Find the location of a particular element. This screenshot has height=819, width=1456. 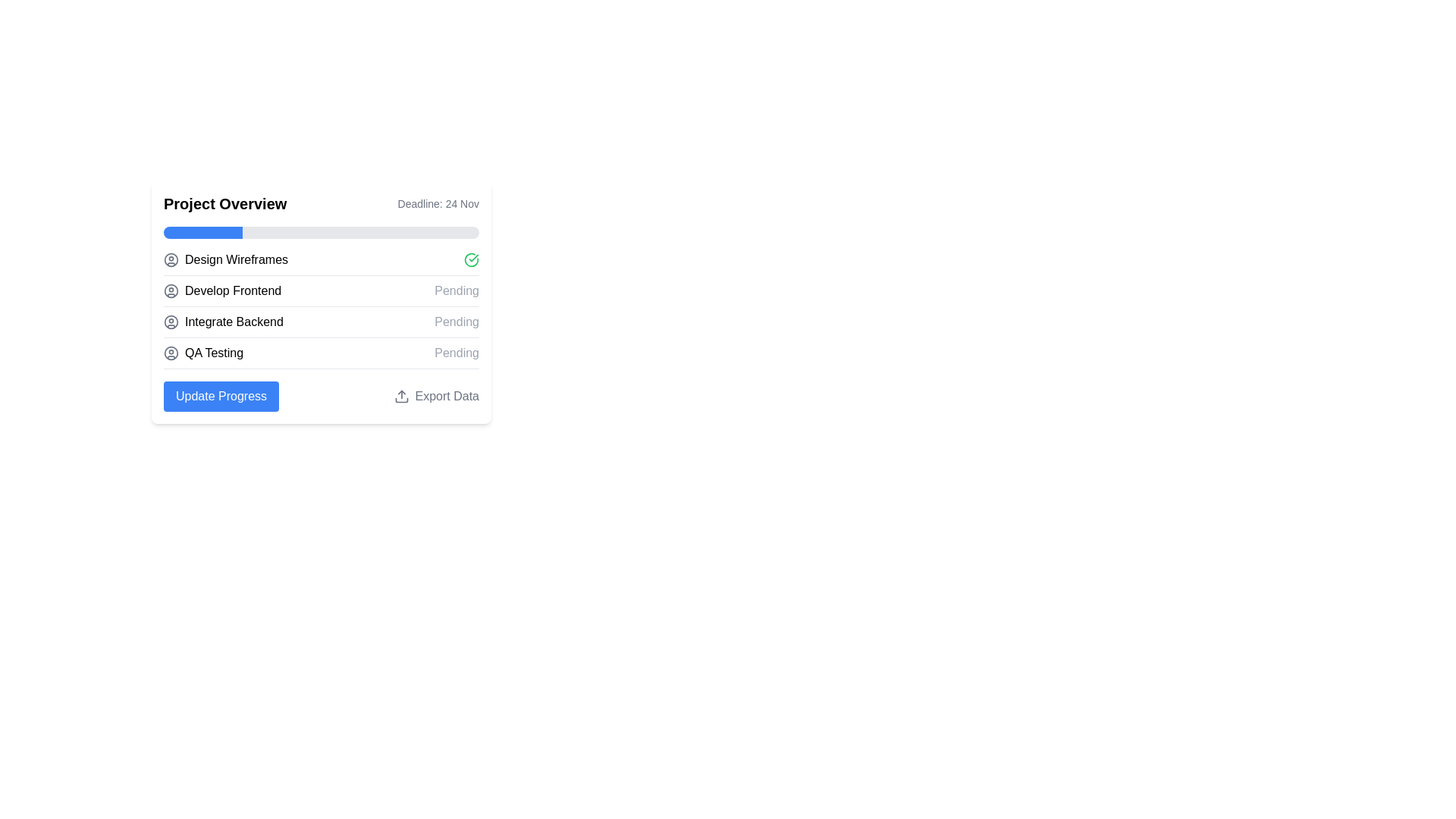

'Pending' status label indicating the current status of the 'QA Testing' task in the project dashboard, which is the fourth status indicator in the task list is located at coordinates (456, 353).